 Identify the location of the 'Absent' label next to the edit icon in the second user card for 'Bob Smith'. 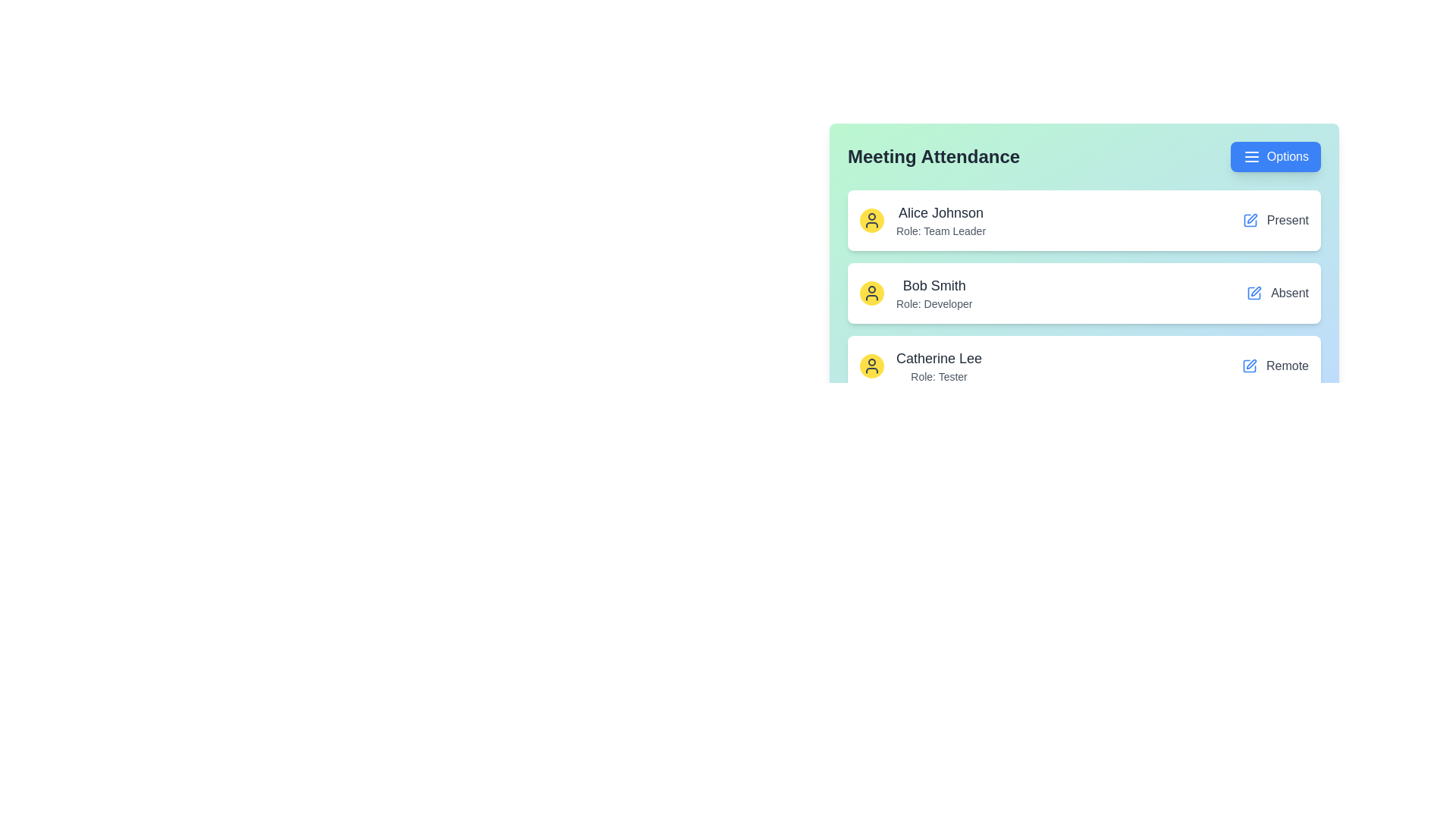
(1277, 293).